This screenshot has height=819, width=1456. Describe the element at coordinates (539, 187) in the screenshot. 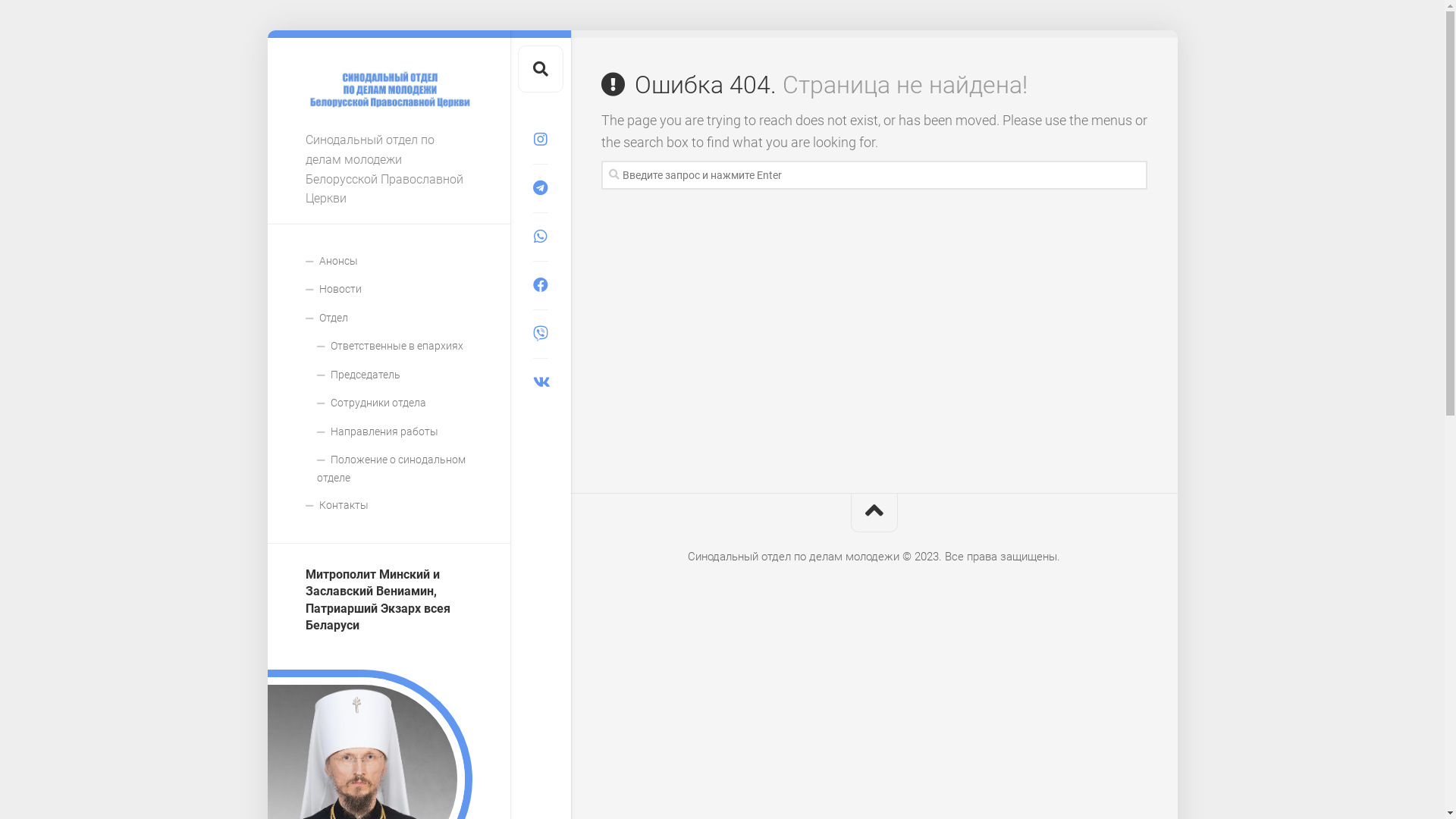

I see `'telegram'` at that location.